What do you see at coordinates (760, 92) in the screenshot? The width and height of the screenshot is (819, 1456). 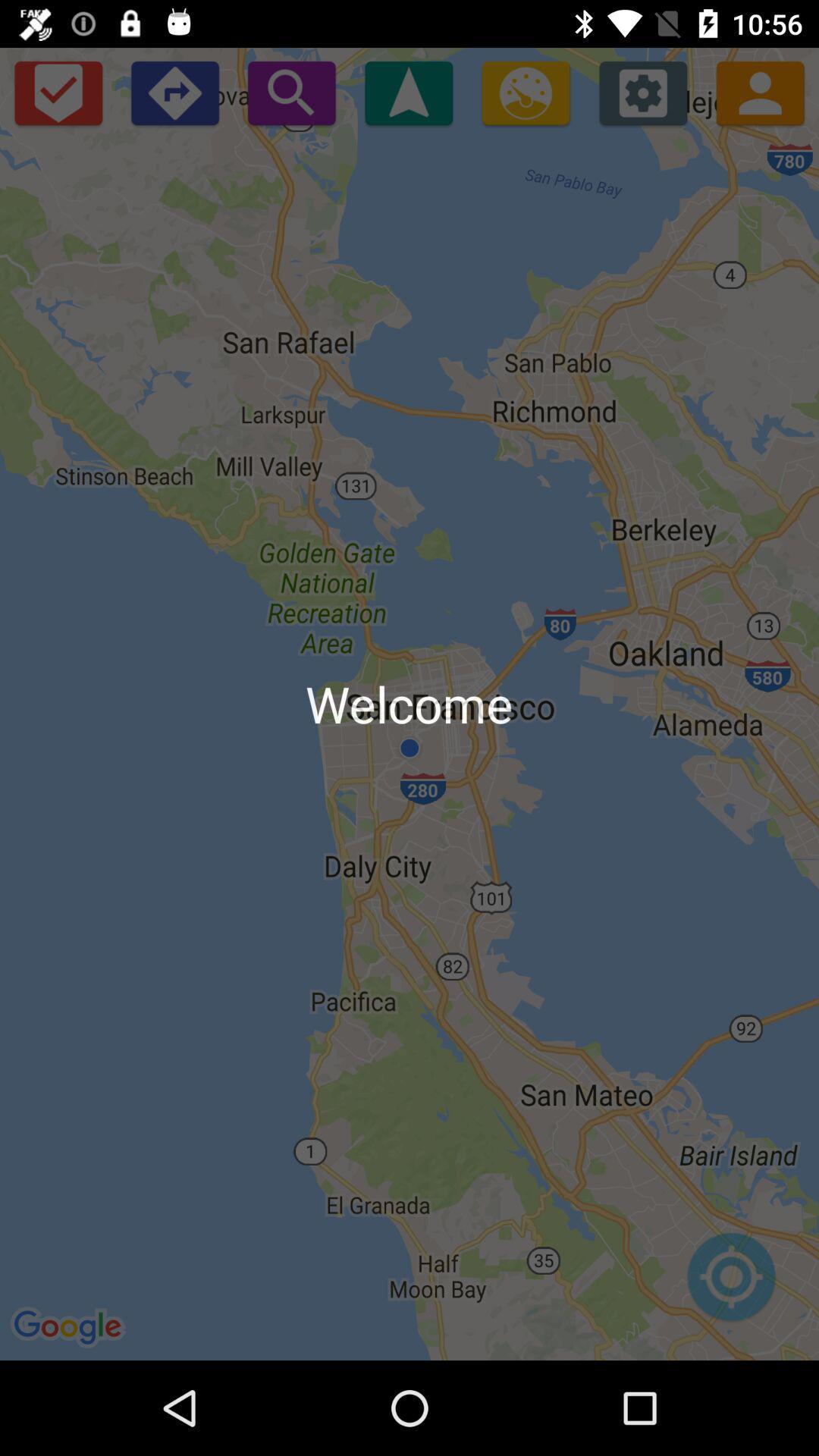 I see `contact list` at bounding box center [760, 92].